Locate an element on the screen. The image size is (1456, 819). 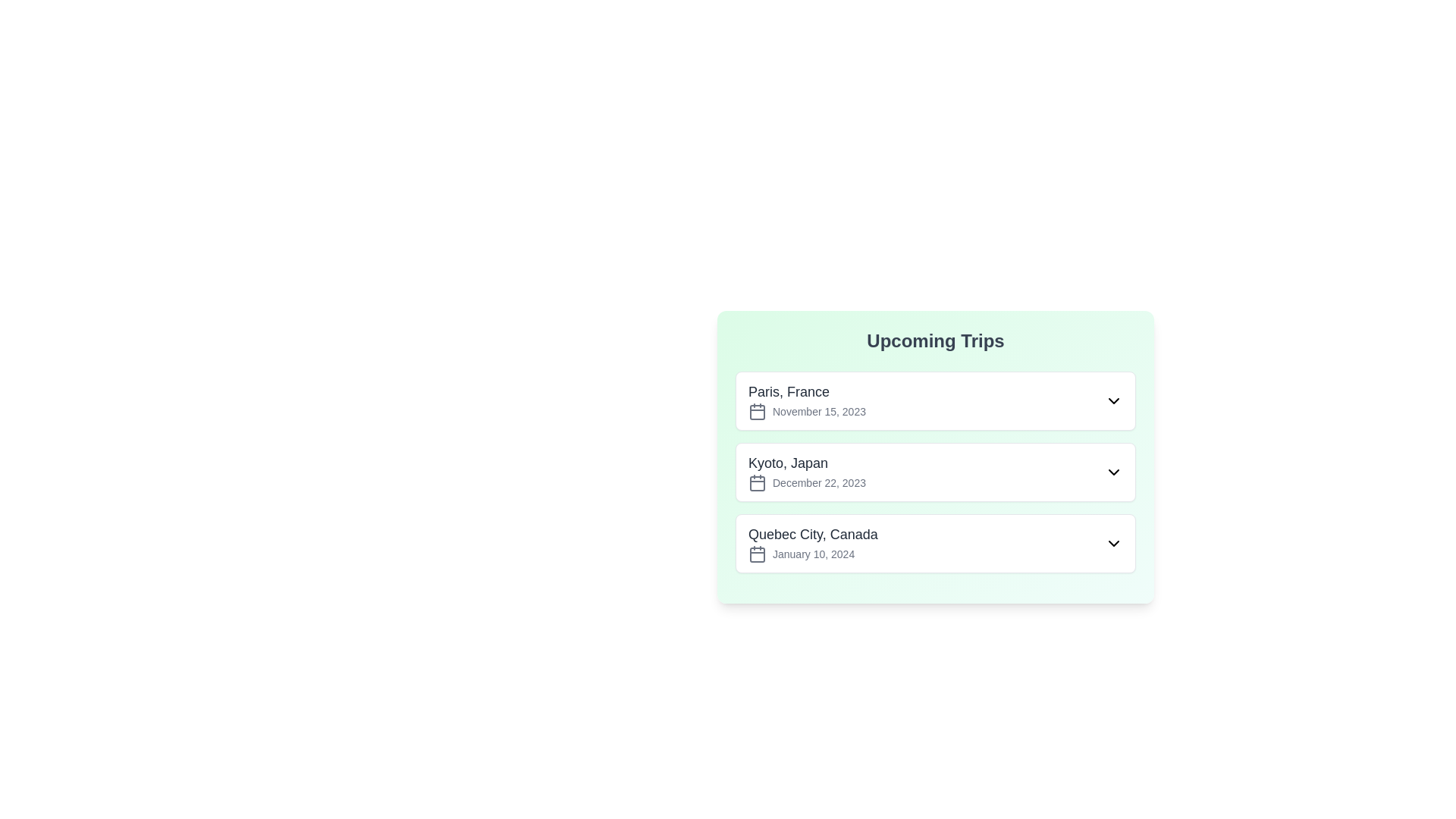
the date indicator icon adjacent is located at coordinates (757, 555).